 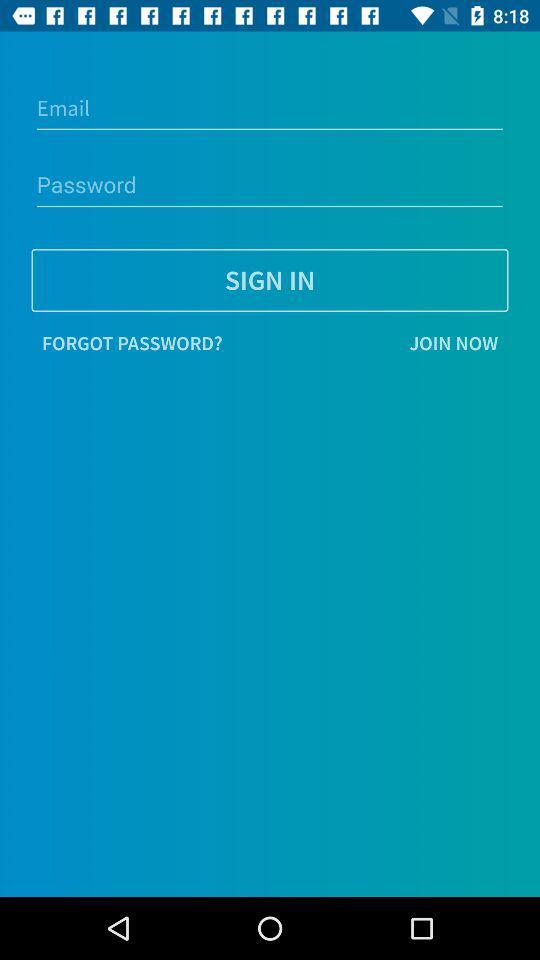 I want to click on the item below the sign in, so click(x=369, y=343).